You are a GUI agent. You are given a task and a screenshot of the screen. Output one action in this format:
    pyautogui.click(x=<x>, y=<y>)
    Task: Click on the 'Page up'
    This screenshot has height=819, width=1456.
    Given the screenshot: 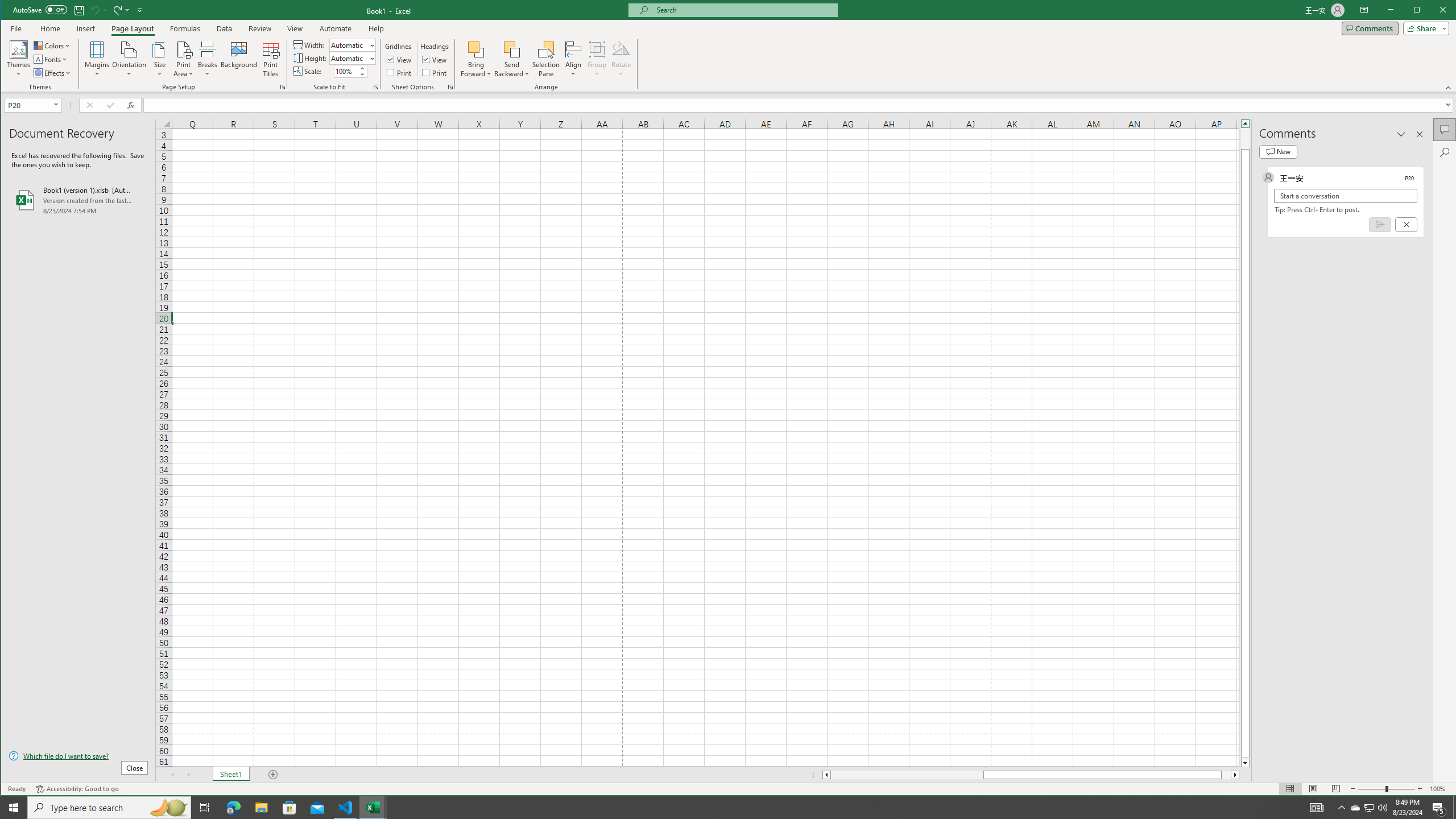 What is the action you would take?
    pyautogui.click(x=1245, y=138)
    